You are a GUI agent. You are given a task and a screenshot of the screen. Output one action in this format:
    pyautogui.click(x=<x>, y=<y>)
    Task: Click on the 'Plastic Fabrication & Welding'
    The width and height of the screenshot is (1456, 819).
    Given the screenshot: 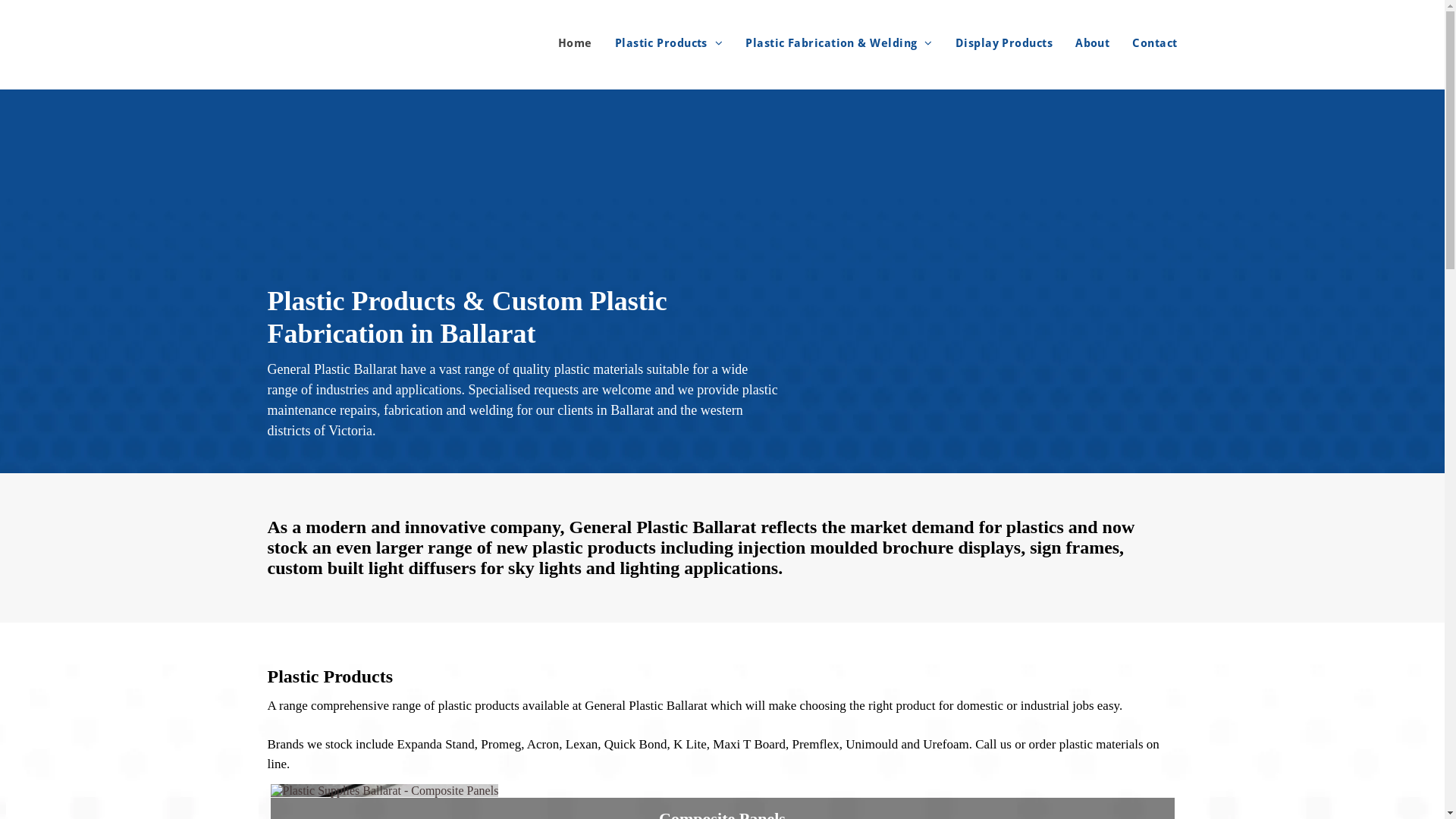 What is the action you would take?
    pyautogui.click(x=827, y=42)
    